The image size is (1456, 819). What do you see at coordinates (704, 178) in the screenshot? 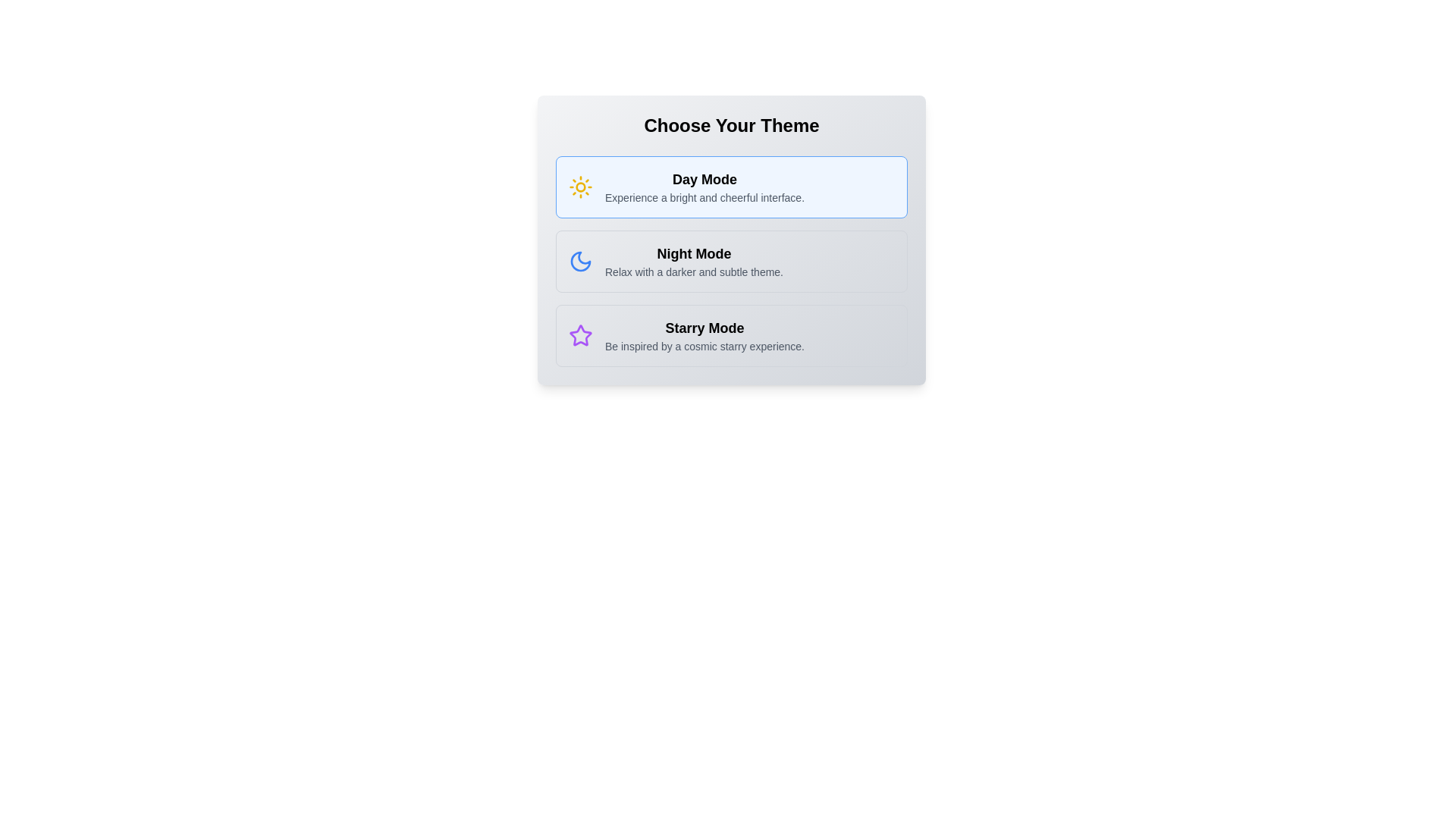
I see `the 'Day Mode' text label, which is styled with a bold and larger font size, located in the theme selection menu under the 'Choose Your Theme' section` at bounding box center [704, 178].